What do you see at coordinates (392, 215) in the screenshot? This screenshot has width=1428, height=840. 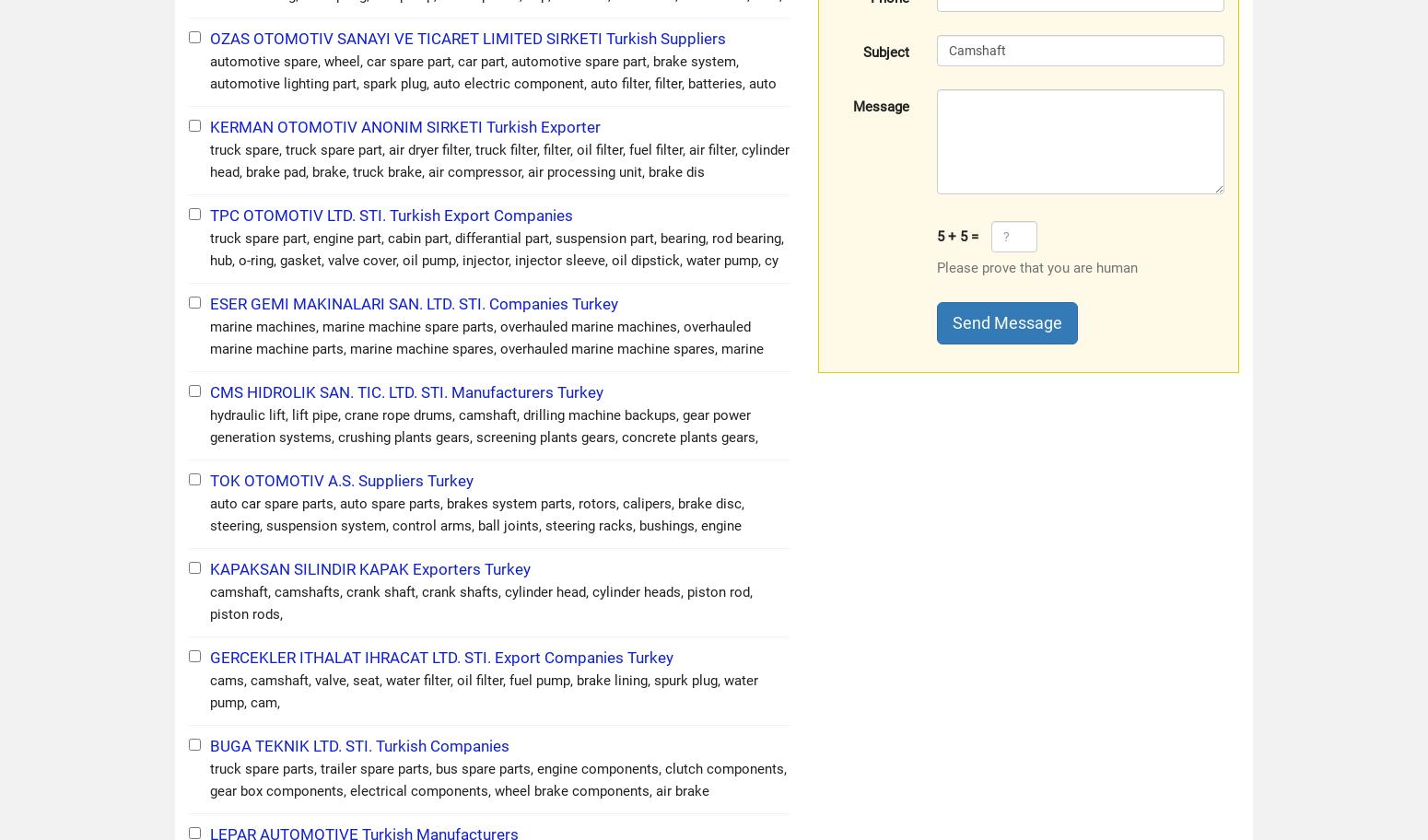 I see `'TPC OTOMOTIV LTD. STI. Turkish Export Companies'` at bounding box center [392, 215].